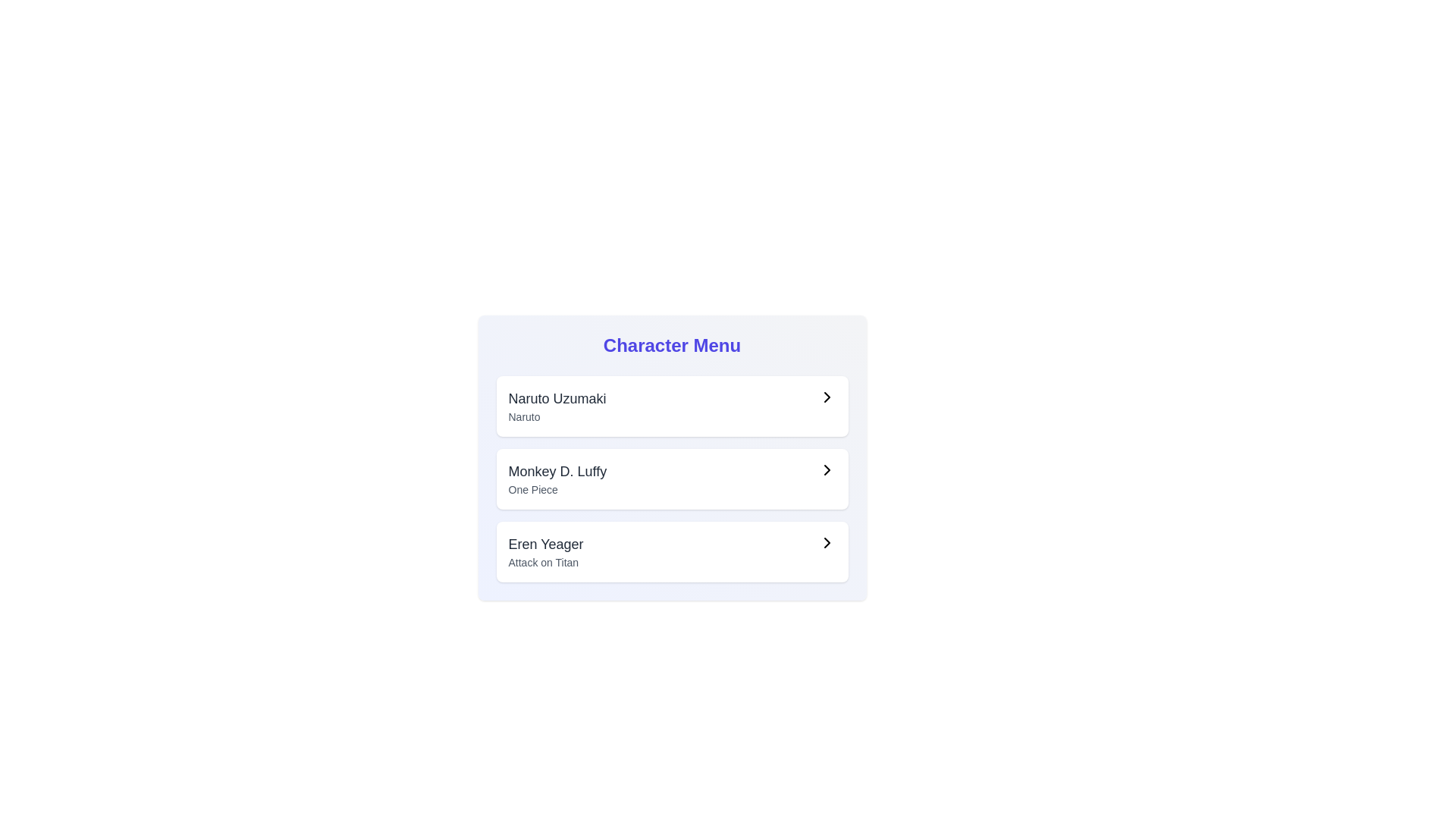 The width and height of the screenshot is (1456, 819). What do you see at coordinates (826, 469) in the screenshot?
I see `the rightward-pointing chevron icon located on the far-right side of the row containing 'Monkey D. Luffy' and 'One Piece'` at bounding box center [826, 469].